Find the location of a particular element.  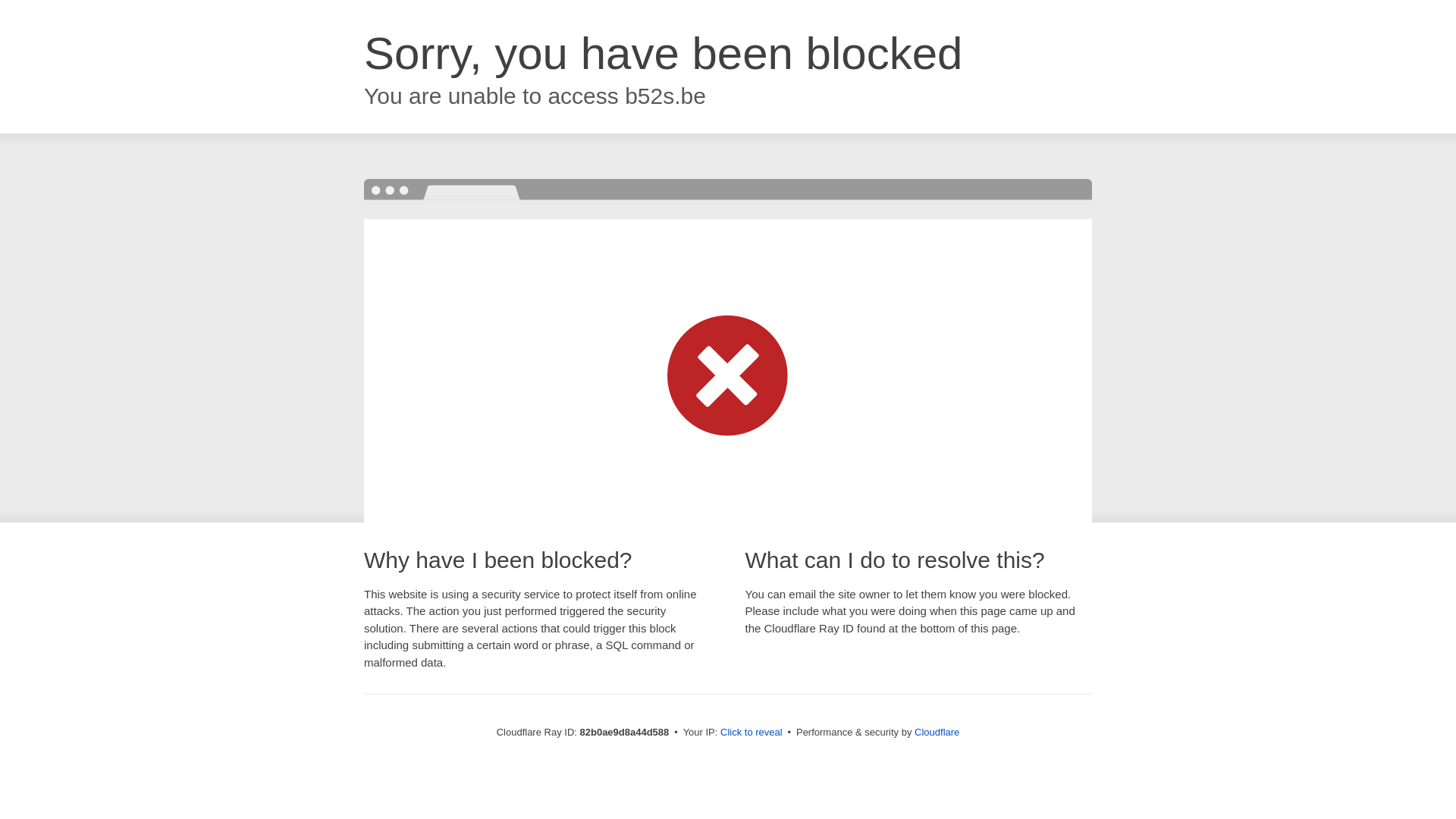

'Cloudflare' is located at coordinates (936, 731).